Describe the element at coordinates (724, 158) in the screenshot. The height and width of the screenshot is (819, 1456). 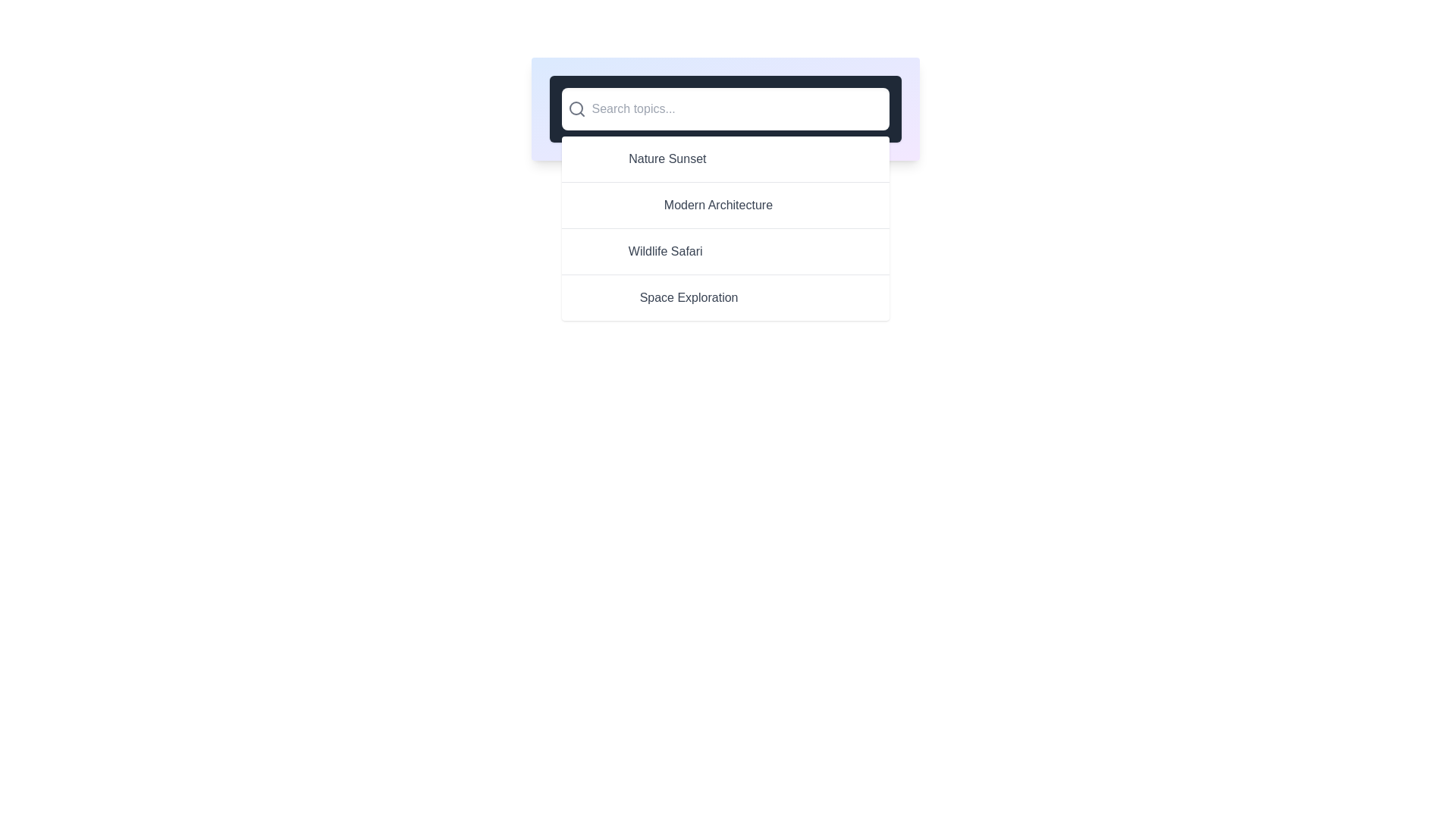
I see `the first selectable menu item labeled 'Nature Sunset'` at that location.